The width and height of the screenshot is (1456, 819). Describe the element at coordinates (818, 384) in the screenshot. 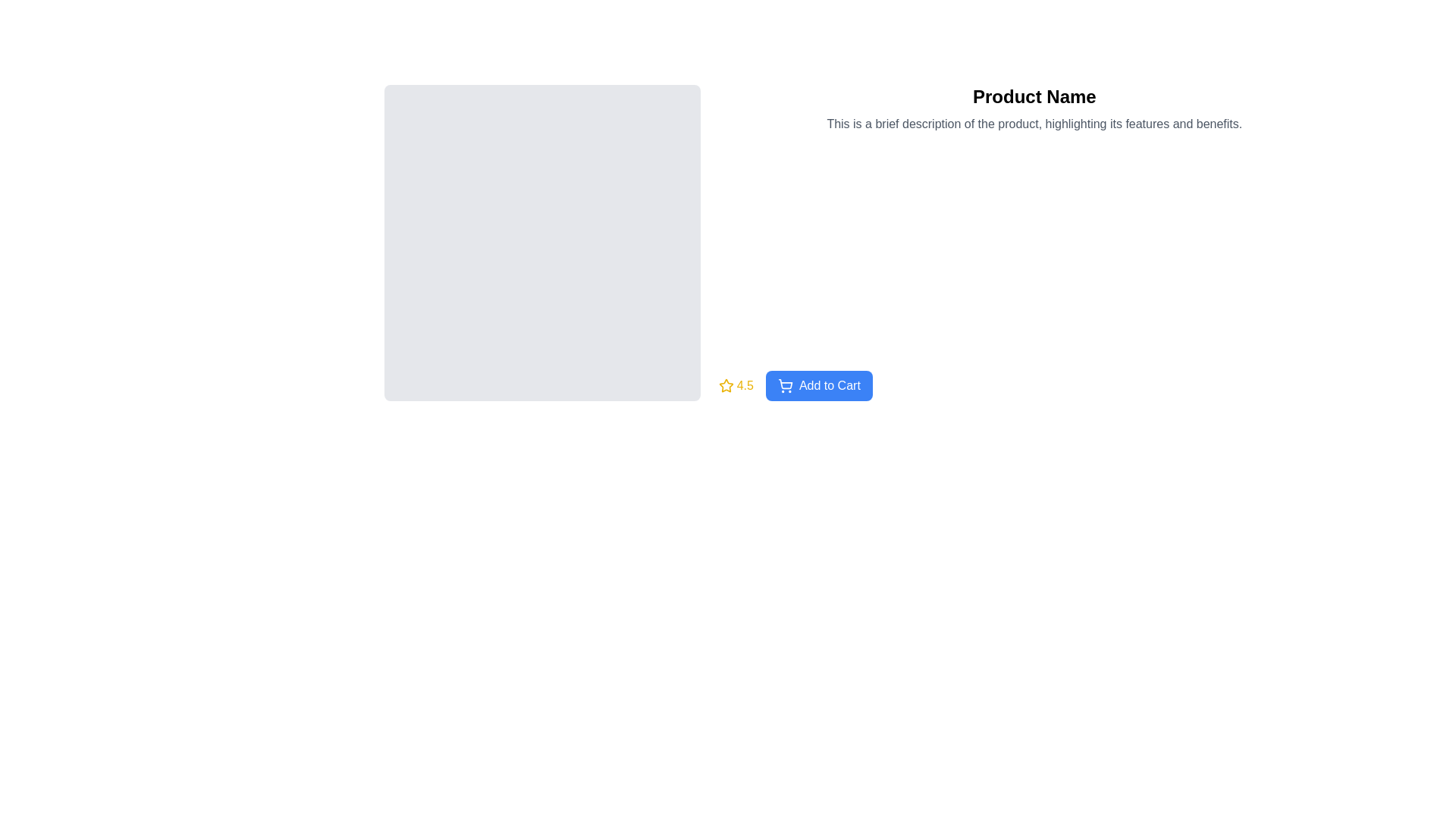

I see `the button located to the right of the rating display (golden star and text '4.5')` at that location.